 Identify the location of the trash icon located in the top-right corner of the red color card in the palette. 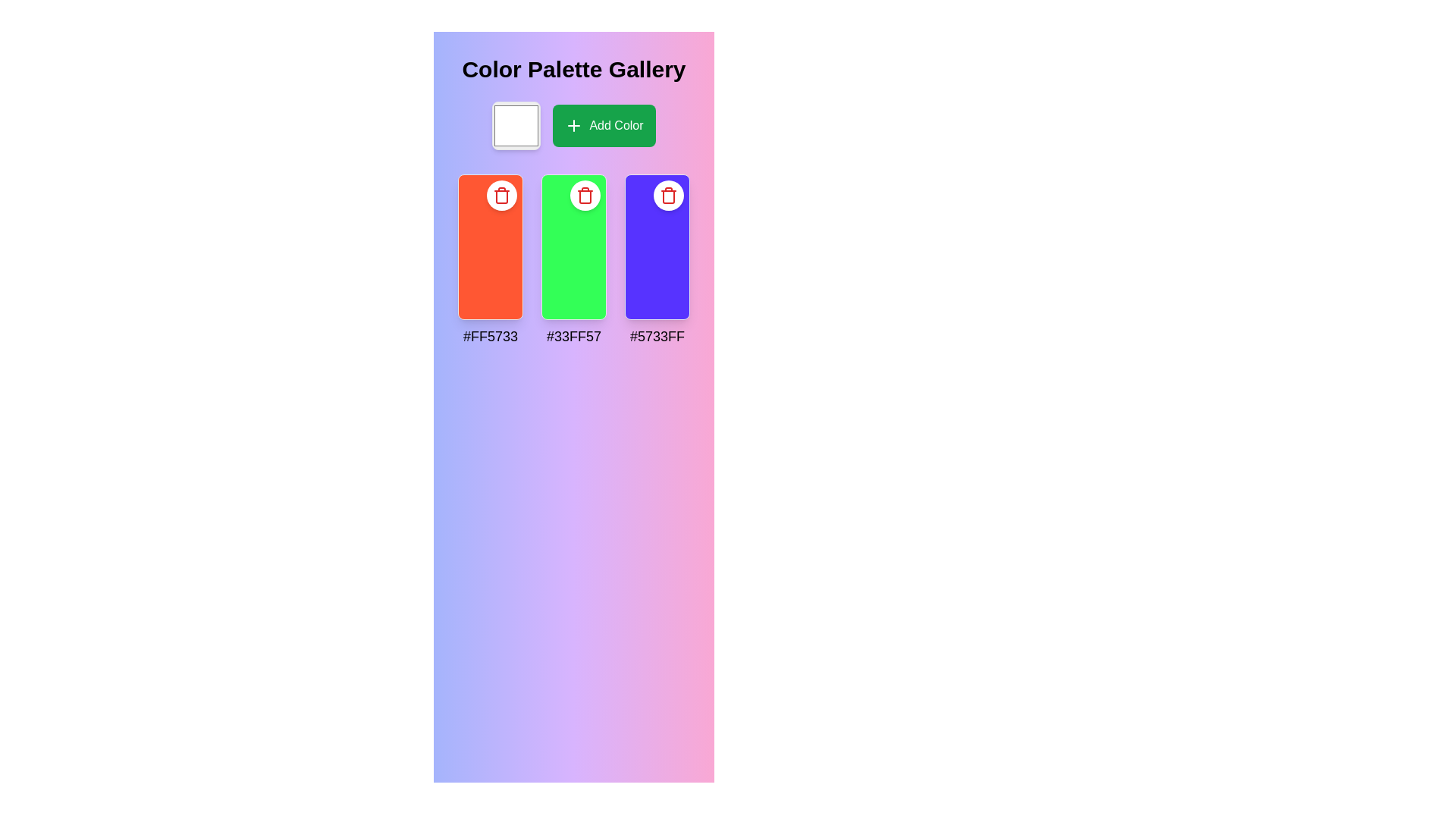
(502, 195).